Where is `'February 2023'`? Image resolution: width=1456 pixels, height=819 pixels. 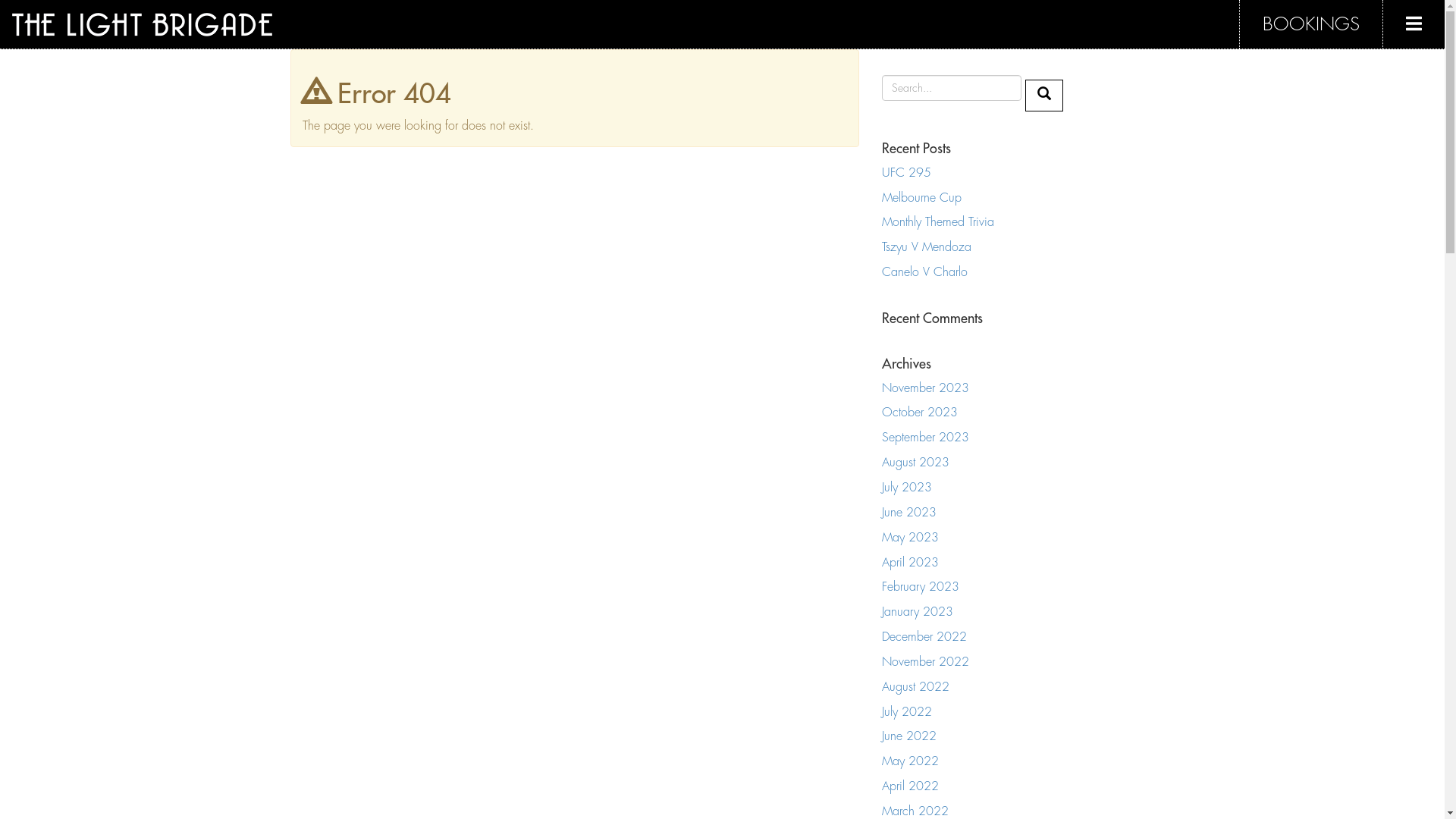 'February 2023' is located at coordinates (919, 586).